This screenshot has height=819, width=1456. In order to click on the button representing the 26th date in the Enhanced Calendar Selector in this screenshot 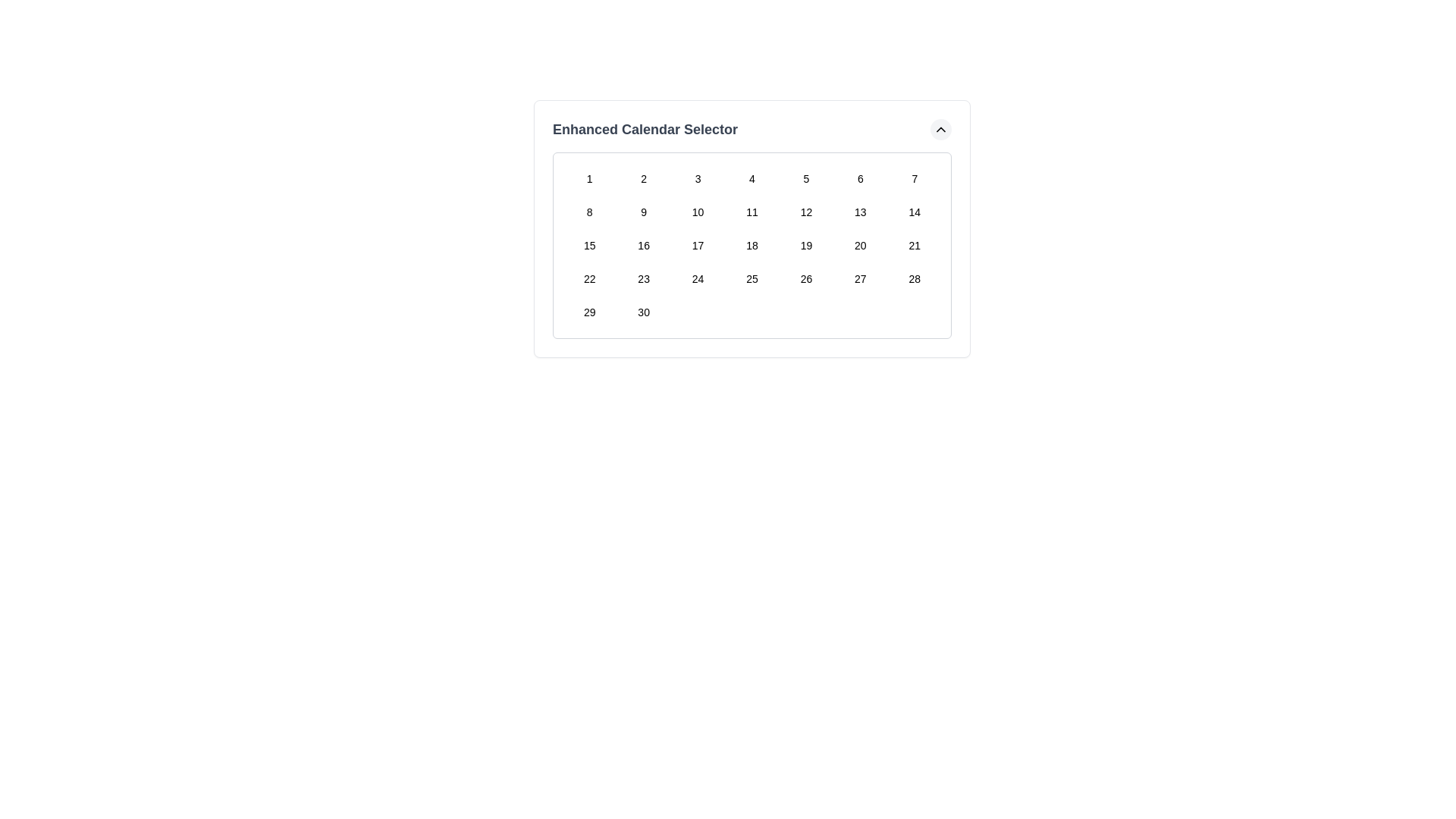, I will do `click(805, 278)`.